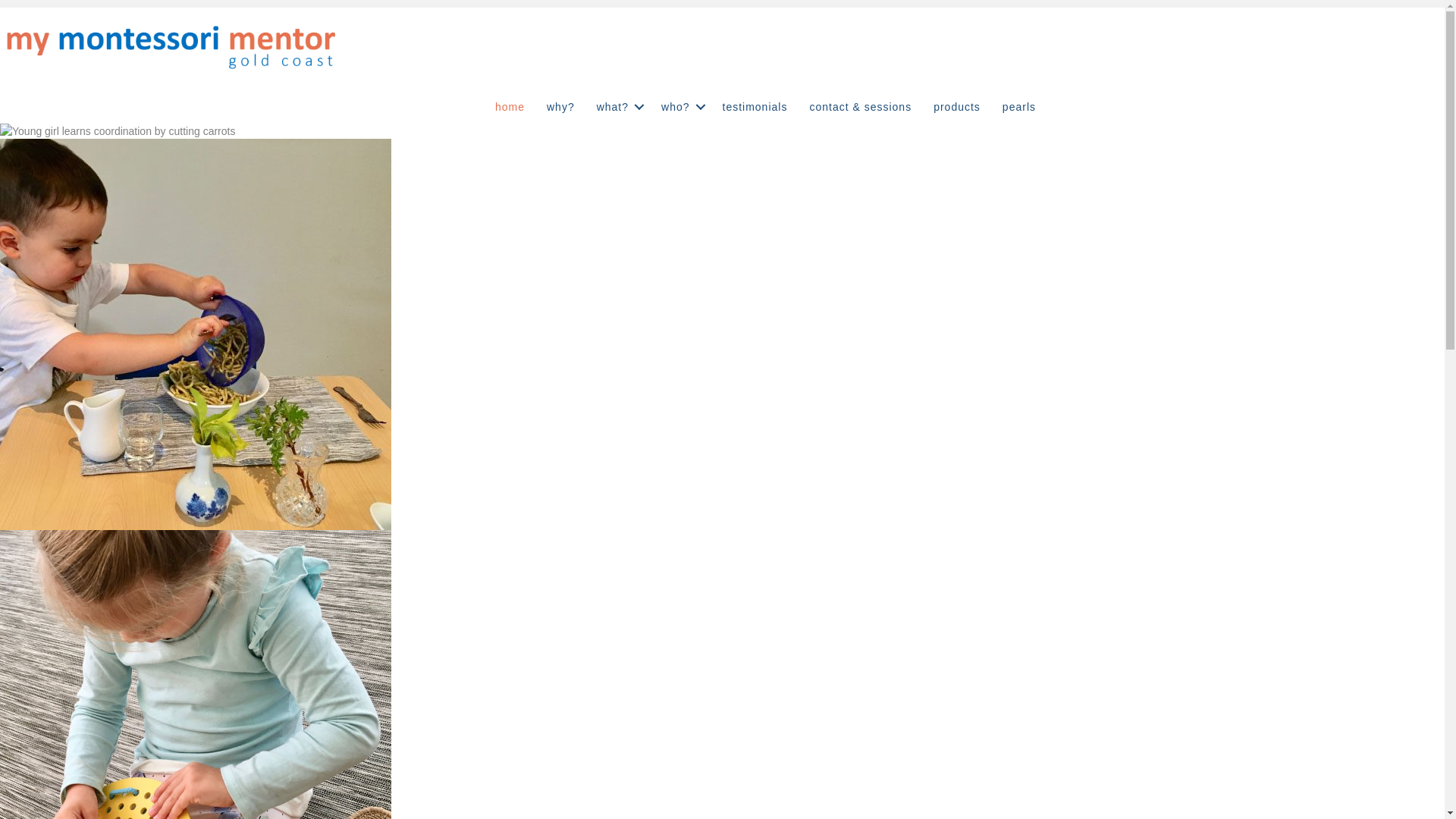  Describe the element at coordinates (510, 106) in the screenshot. I see `'home'` at that location.